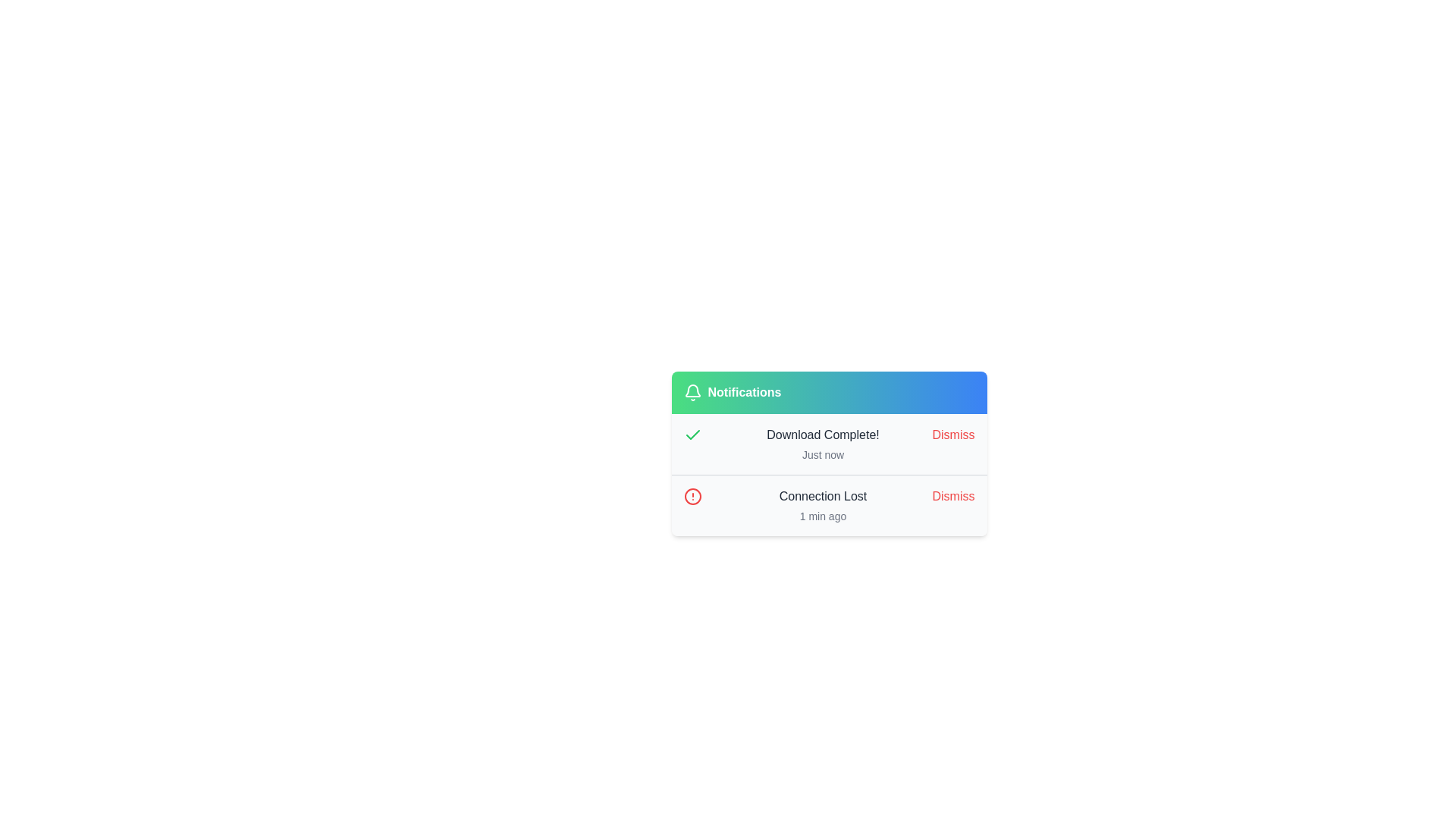 The height and width of the screenshot is (819, 1456). I want to click on the 'Dismiss' button styled in red at the bottom-right corner of the 'Connection Lost' notification card, so click(952, 497).